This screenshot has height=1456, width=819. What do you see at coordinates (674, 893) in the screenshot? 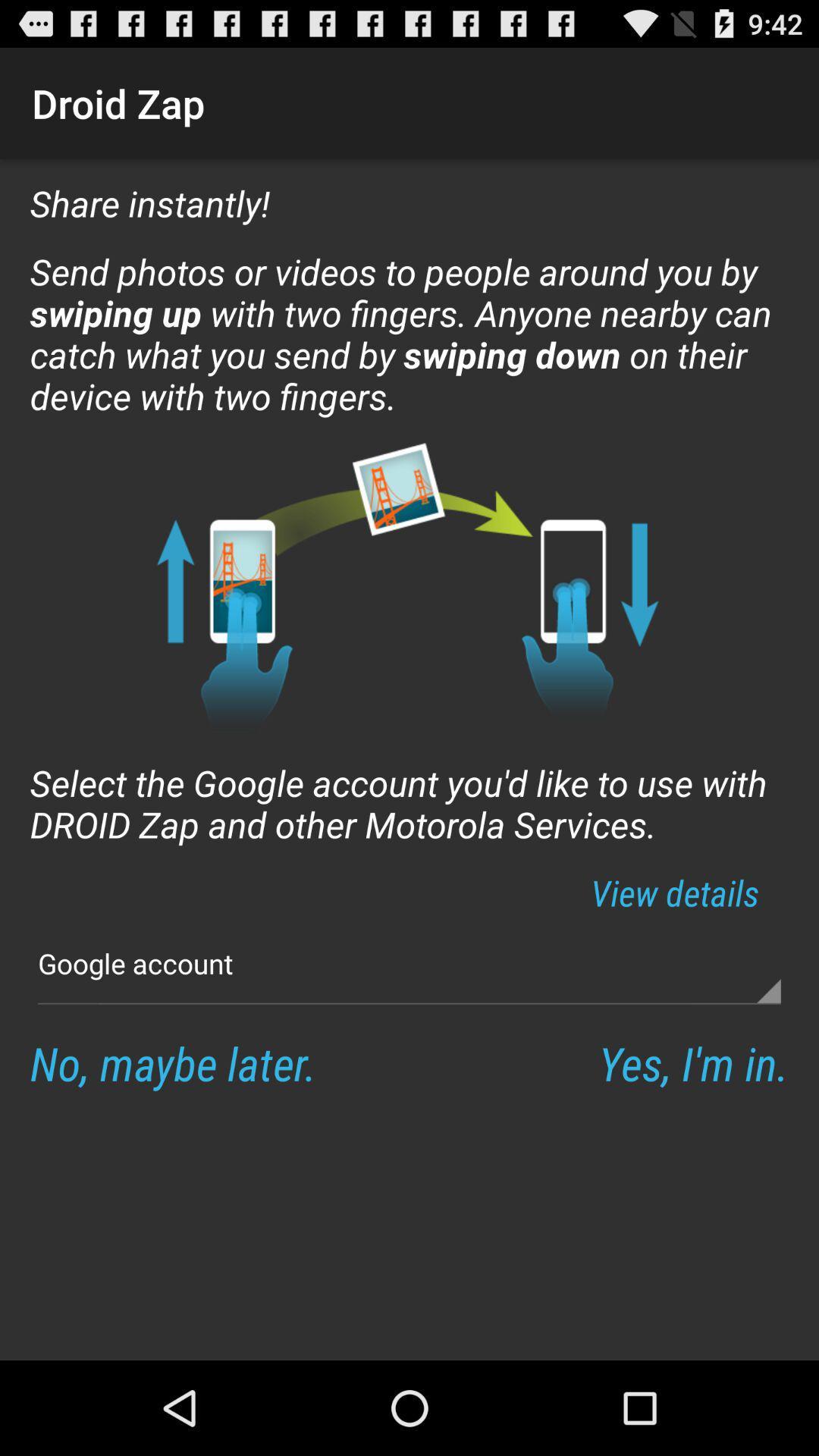
I see `app on the right` at bounding box center [674, 893].